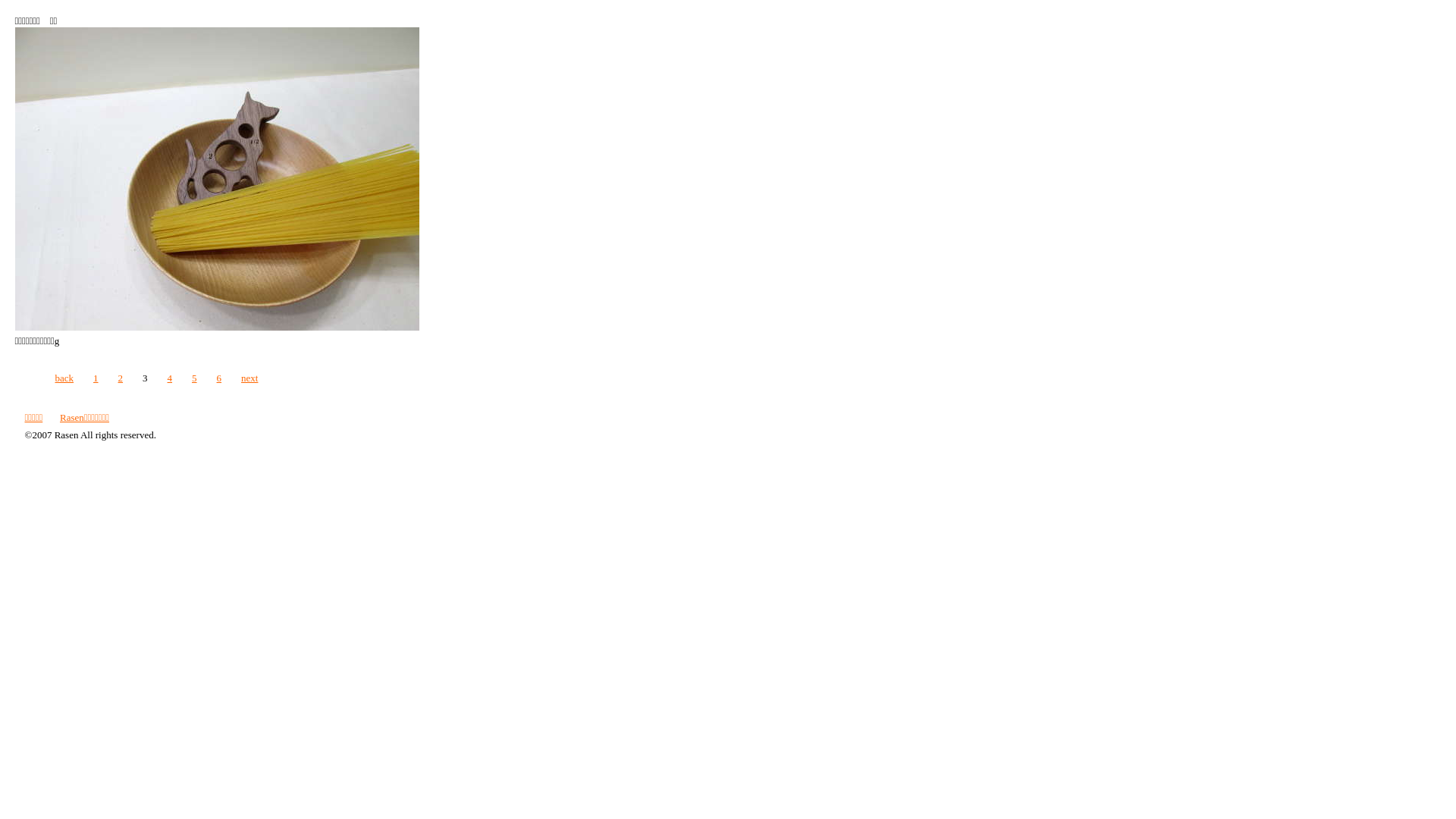 The image size is (1456, 819). What do you see at coordinates (249, 376) in the screenshot?
I see `'next'` at bounding box center [249, 376].